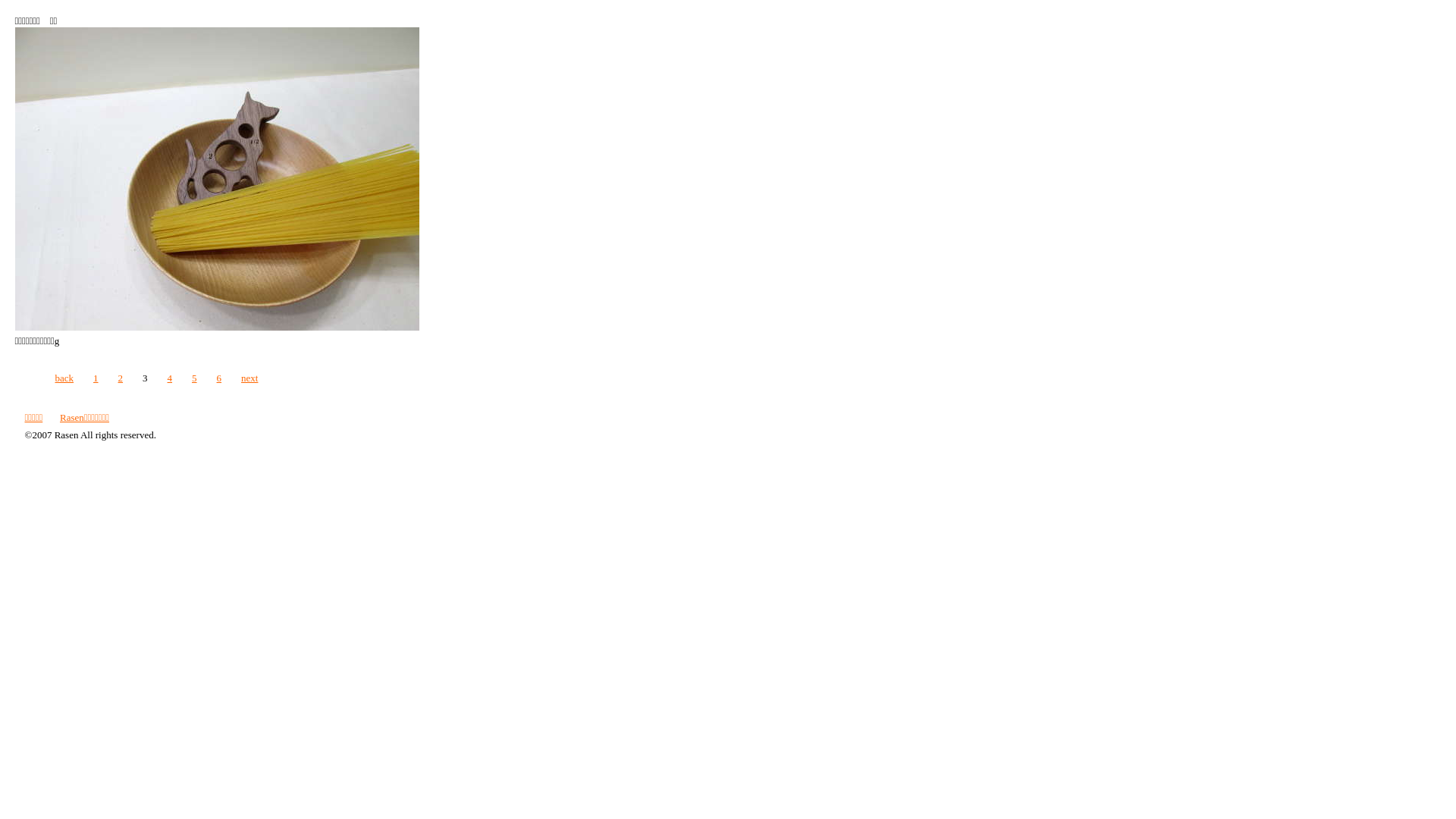 The image size is (1456, 819). What do you see at coordinates (249, 376) in the screenshot?
I see `'next'` at bounding box center [249, 376].